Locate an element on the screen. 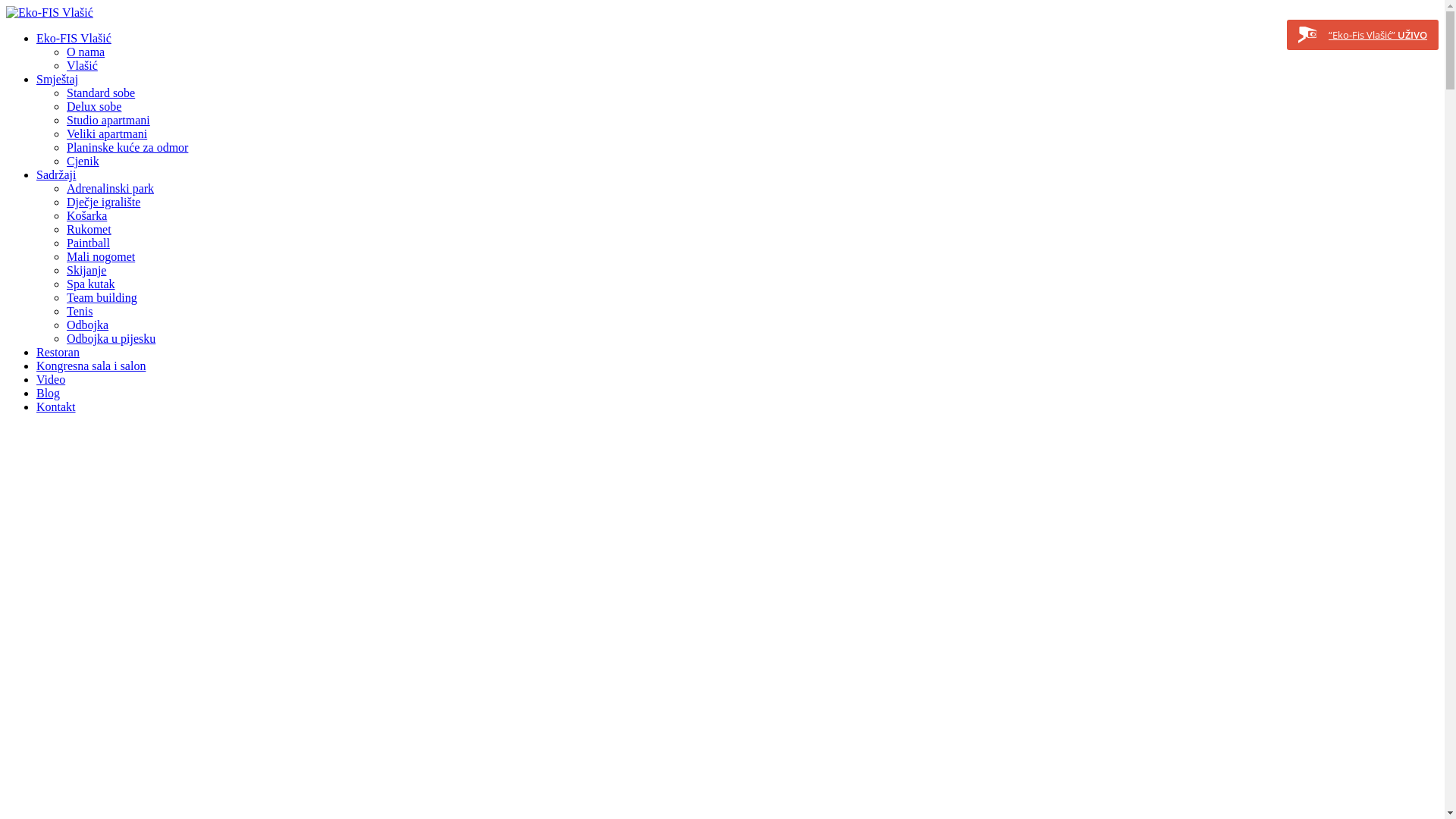 The height and width of the screenshot is (819, 1456). 'Studio apartmani' is located at coordinates (108, 119).